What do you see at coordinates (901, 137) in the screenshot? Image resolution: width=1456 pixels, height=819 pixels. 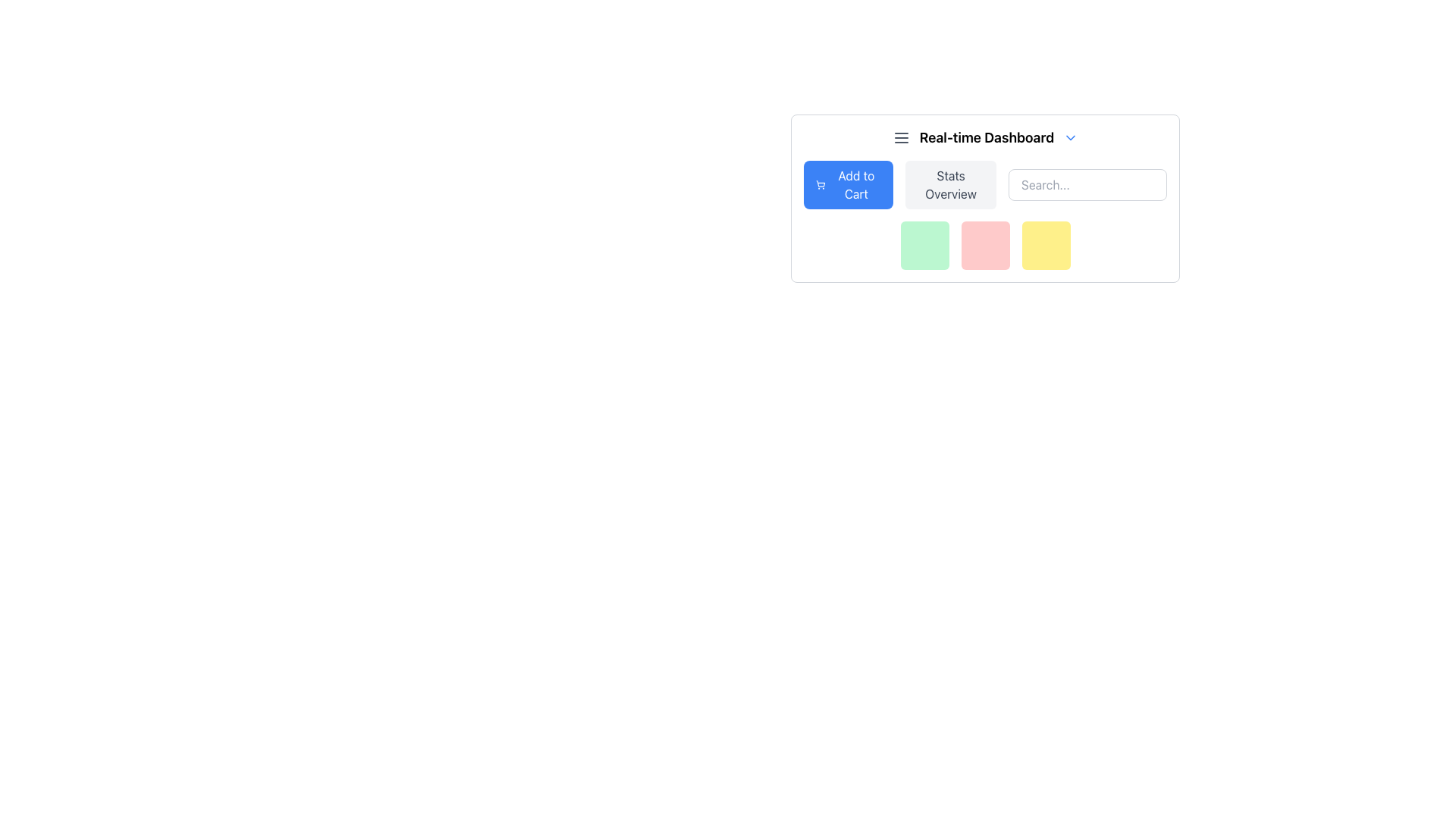 I see `the Icon Button located at the left end of the header bar preceding the text 'Real-time Dashboard'` at bounding box center [901, 137].